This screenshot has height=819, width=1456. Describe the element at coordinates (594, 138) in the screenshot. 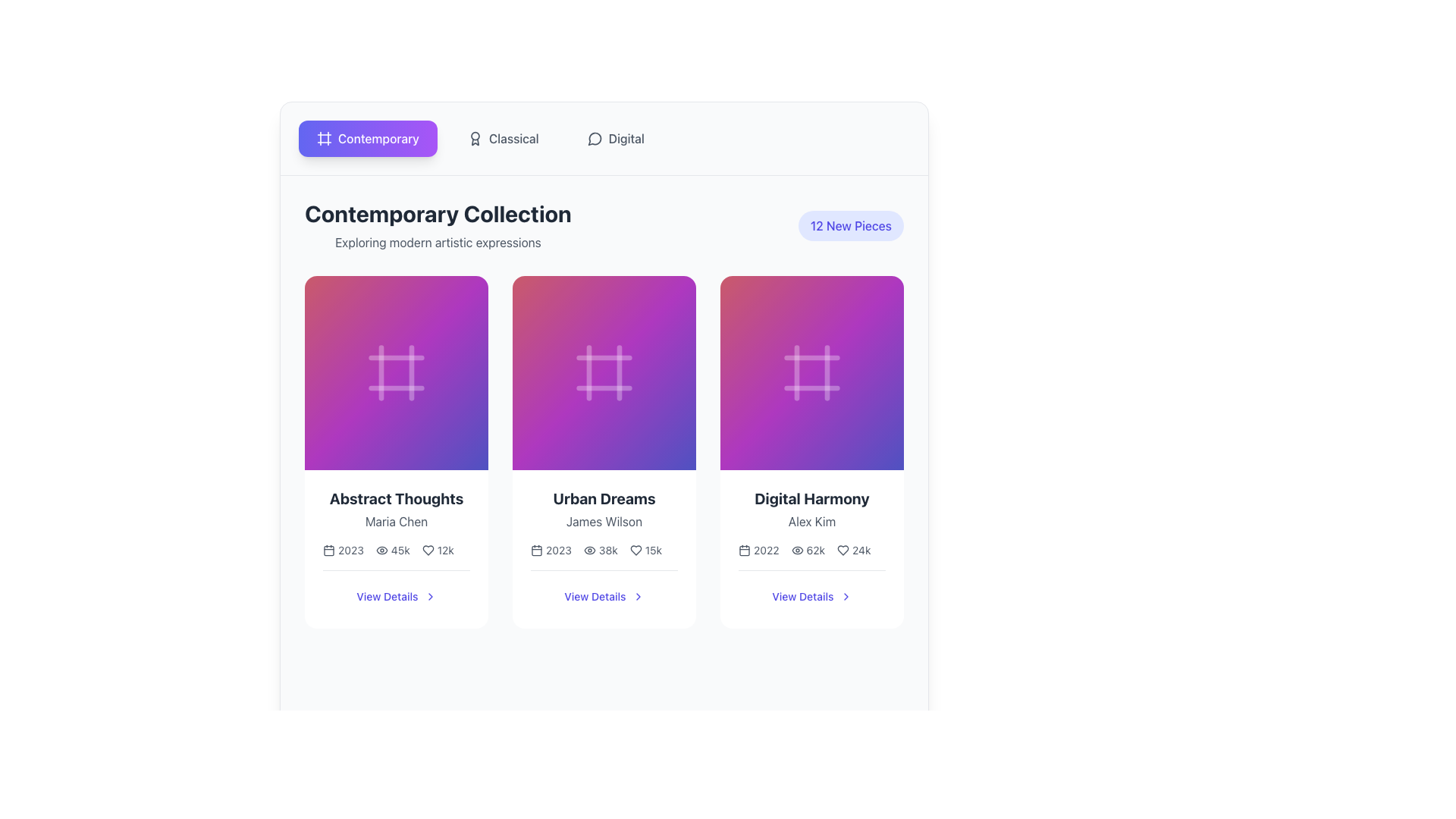

I see `the speech bubble icon located in the horizontal navigation bar to the left of the 'Digital' label` at that location.